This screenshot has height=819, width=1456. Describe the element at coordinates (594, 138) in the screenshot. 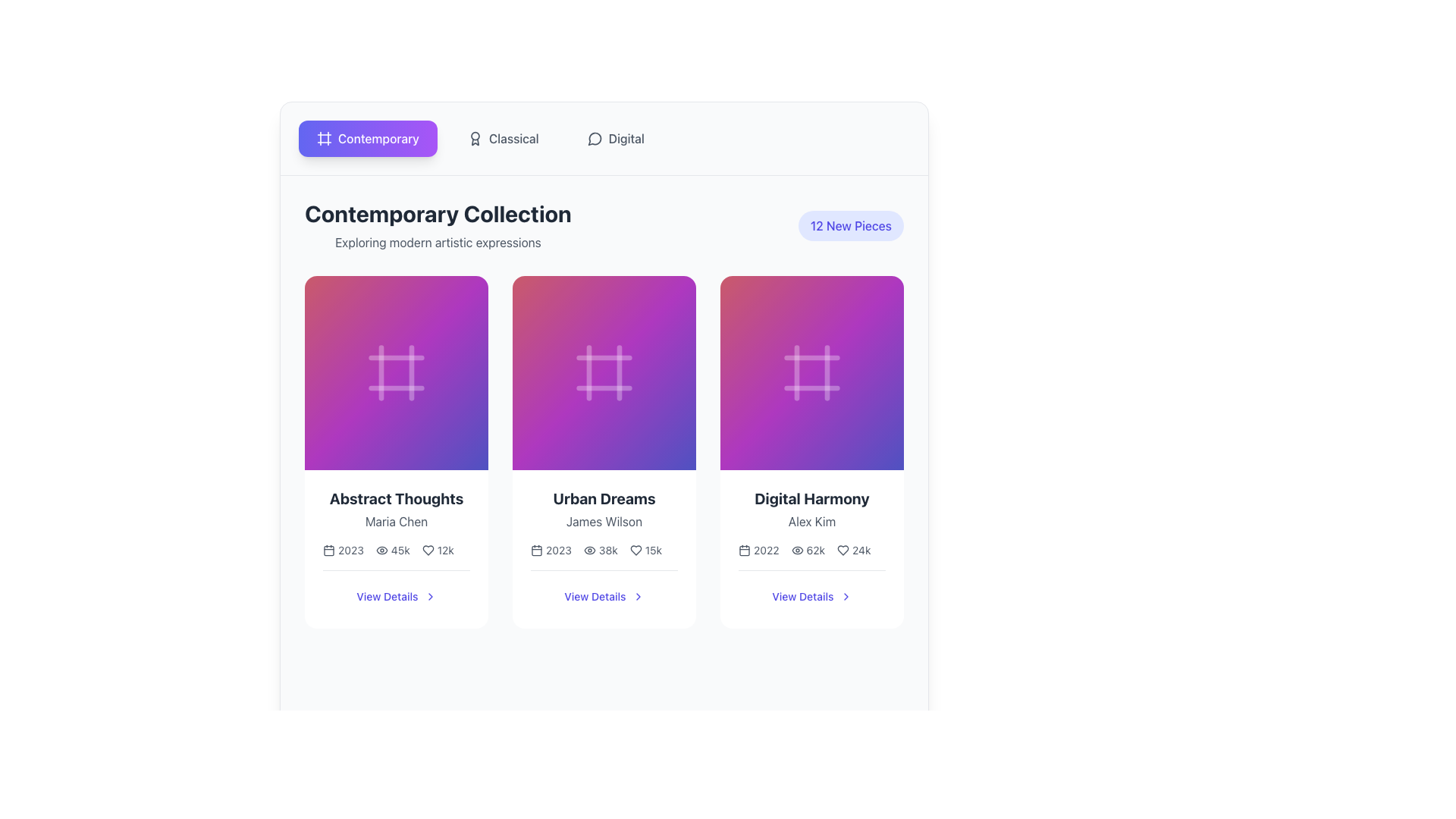

I see `the speech bubble icon located in the horizontal navigation bar to the left of the 'Digital' label` at that location.